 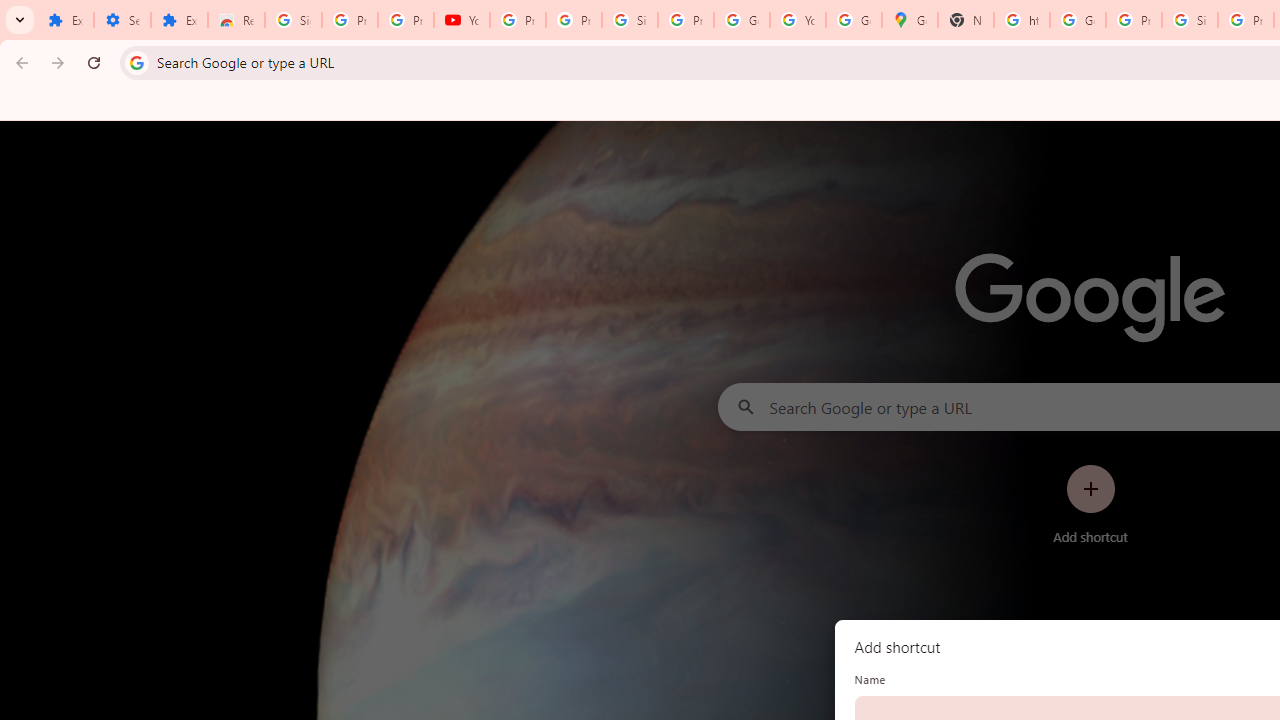 I want to click on 'Sign in - Google Accounts', so click(x=1190, y=20).